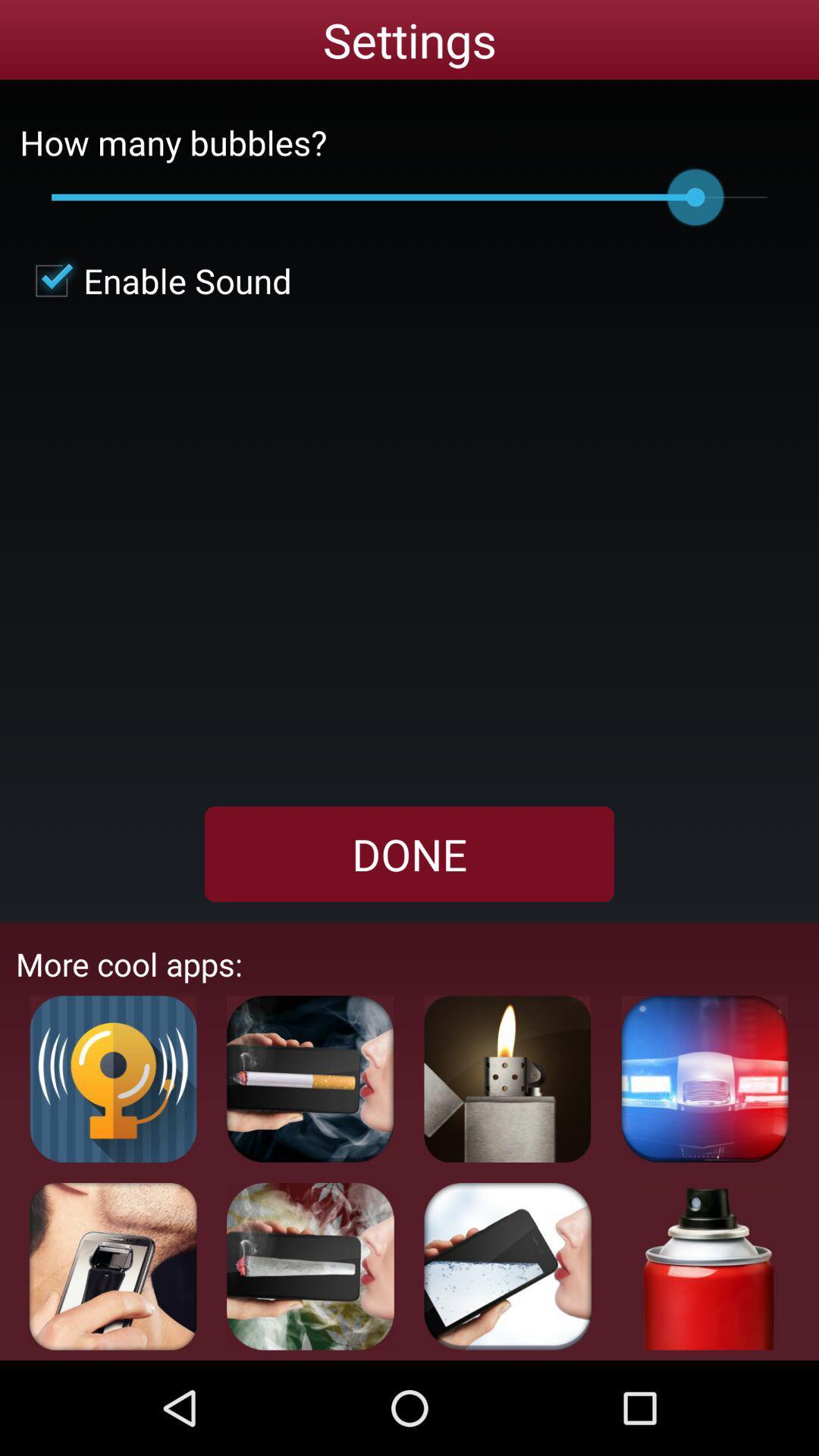  I want to click on the done item, so click(409, 854).